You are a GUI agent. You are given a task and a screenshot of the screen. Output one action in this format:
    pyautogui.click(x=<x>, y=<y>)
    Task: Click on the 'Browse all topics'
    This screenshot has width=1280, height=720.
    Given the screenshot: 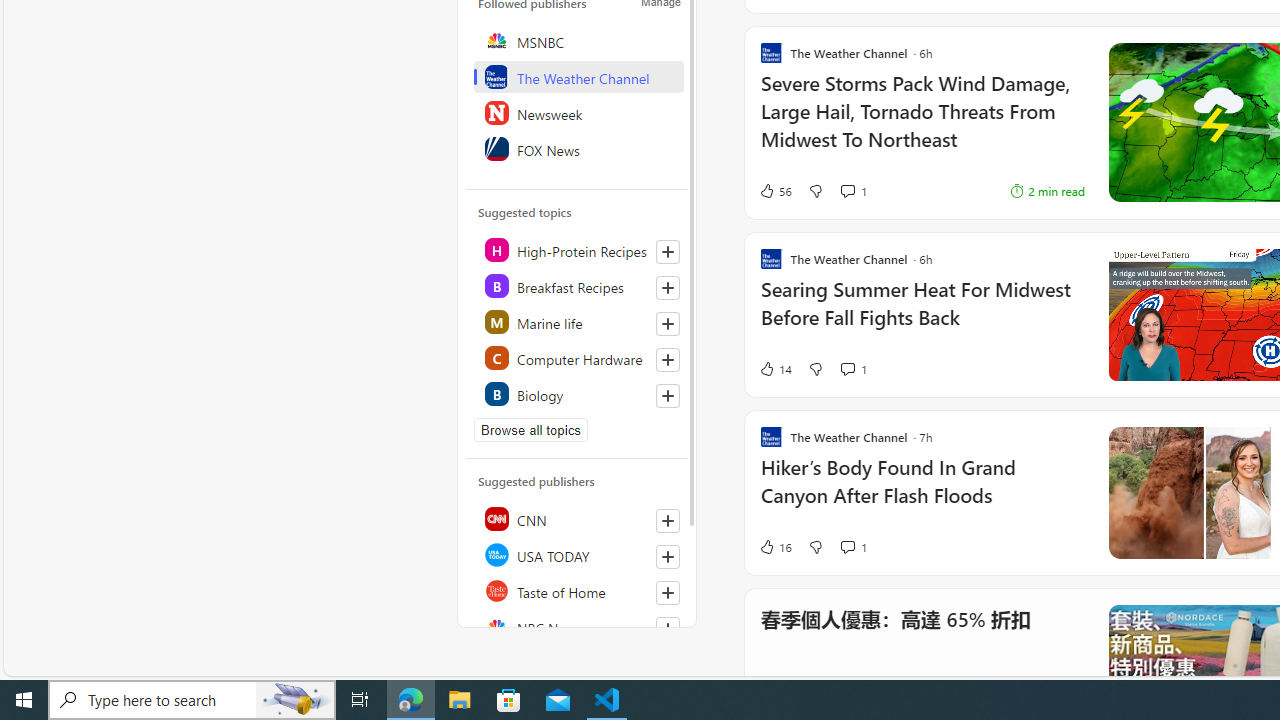 What is the action you would take?
    pyautogui.click(x=531, y=429)
    